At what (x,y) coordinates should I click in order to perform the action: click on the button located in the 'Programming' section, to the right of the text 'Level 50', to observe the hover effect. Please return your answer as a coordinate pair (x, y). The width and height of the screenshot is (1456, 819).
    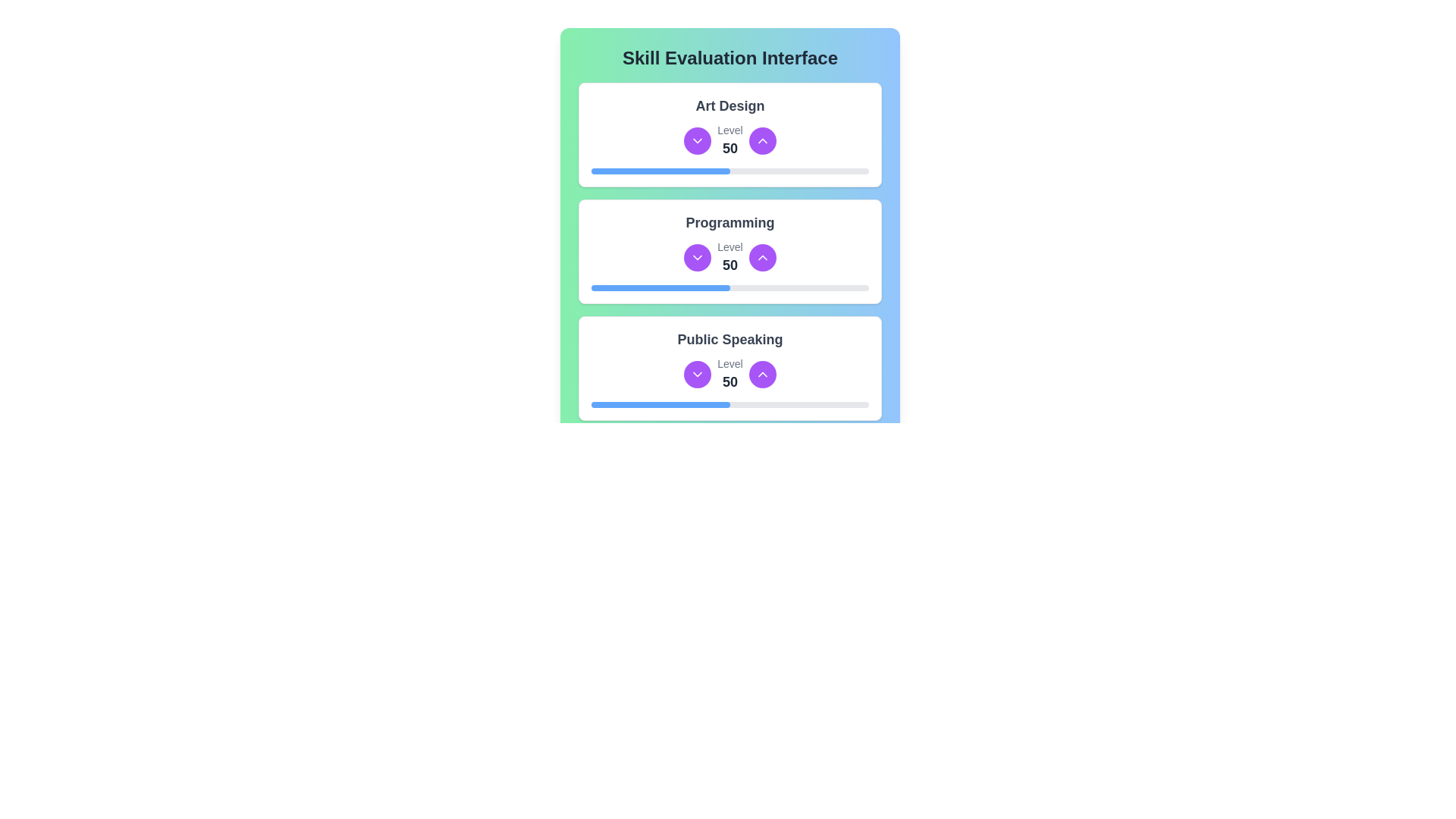
    Looking at the image, I should click on (762, 256).